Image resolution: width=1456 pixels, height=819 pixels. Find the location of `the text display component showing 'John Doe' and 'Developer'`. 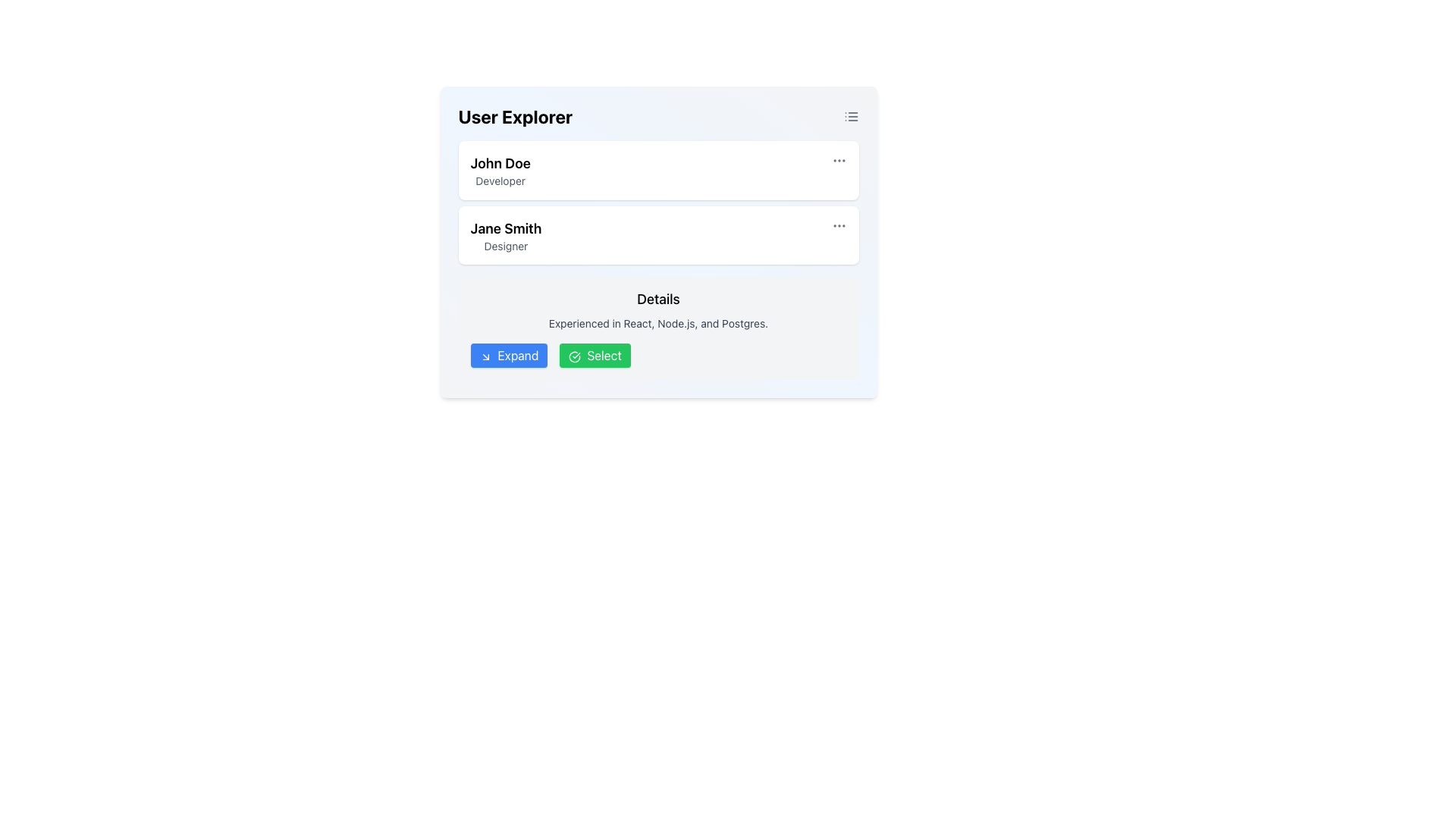

the text display component showing 'John Doe' and 'Developer' is located at coordinates (500, 170).